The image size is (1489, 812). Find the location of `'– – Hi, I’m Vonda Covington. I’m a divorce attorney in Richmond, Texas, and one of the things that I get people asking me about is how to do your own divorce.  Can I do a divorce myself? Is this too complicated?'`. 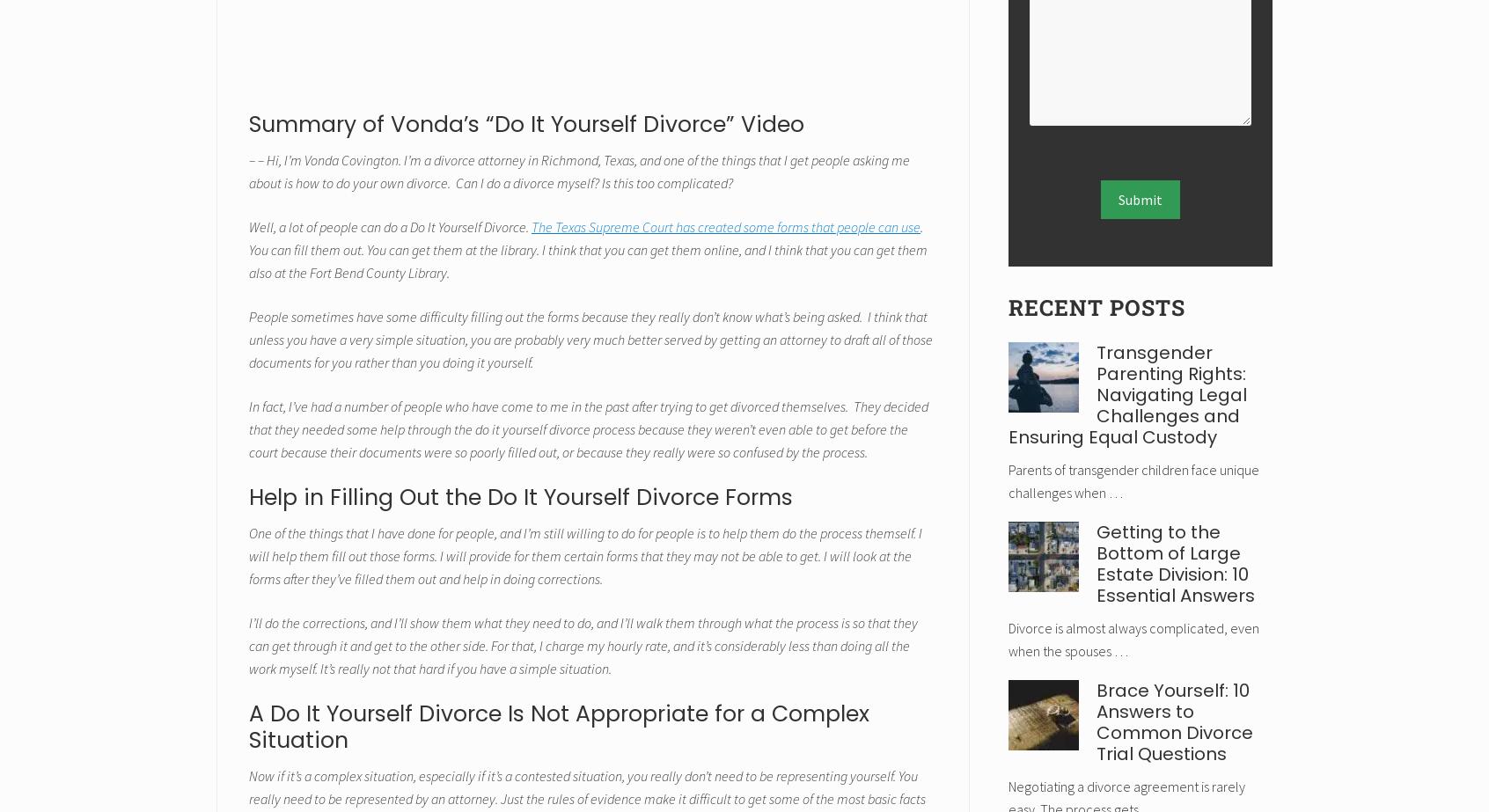

'– – Hi, I’m Vonda Covington. I’m a divorce attorney in Richmond, Texas, and one of the things that I get people asking me about is how to do your own divorce.  Can I do a divorce myself? Is this too complicated?' is located at coordinates (579, 171).